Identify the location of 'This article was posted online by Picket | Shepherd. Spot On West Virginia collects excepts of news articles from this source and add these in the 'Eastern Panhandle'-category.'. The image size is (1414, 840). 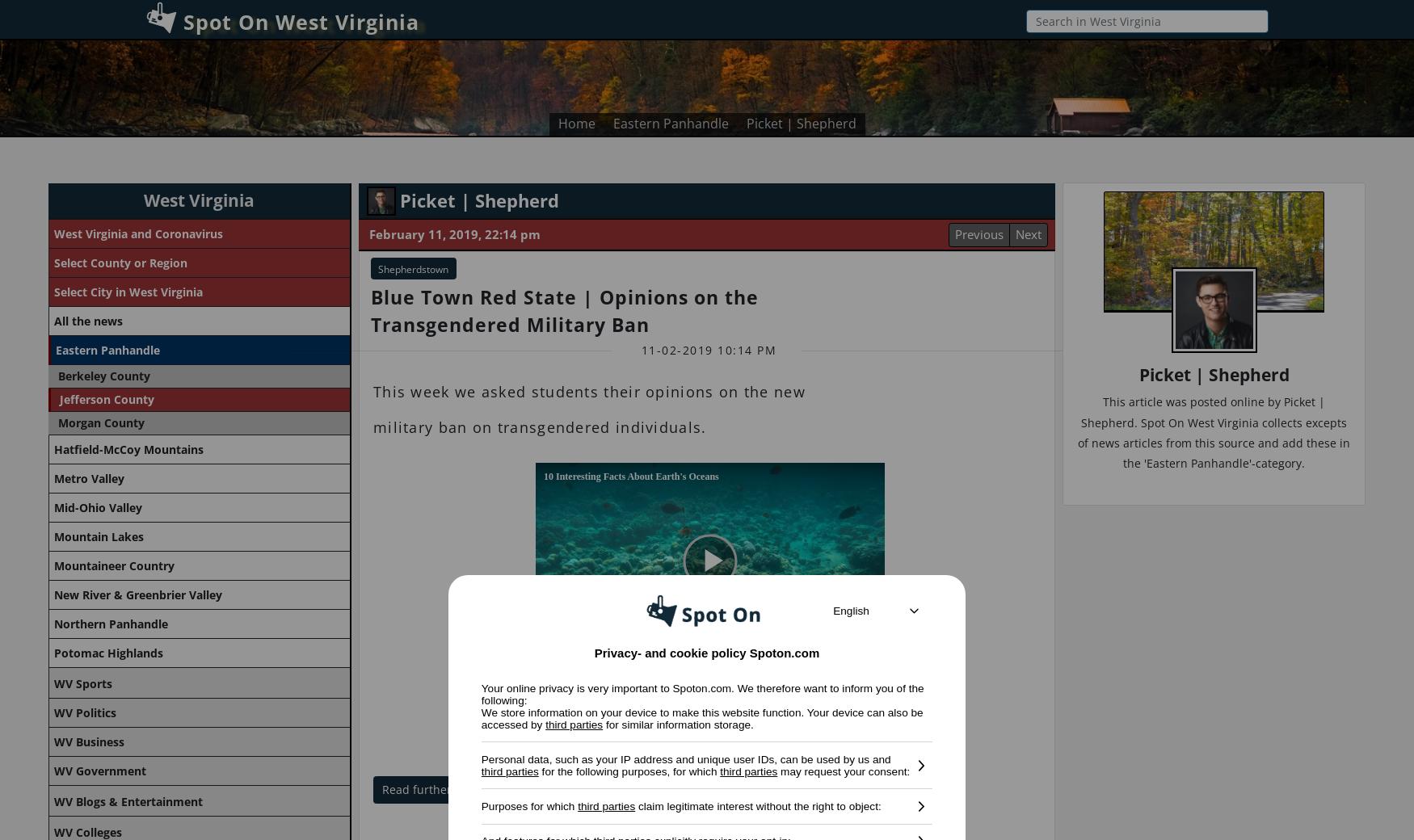
(1213, 430).